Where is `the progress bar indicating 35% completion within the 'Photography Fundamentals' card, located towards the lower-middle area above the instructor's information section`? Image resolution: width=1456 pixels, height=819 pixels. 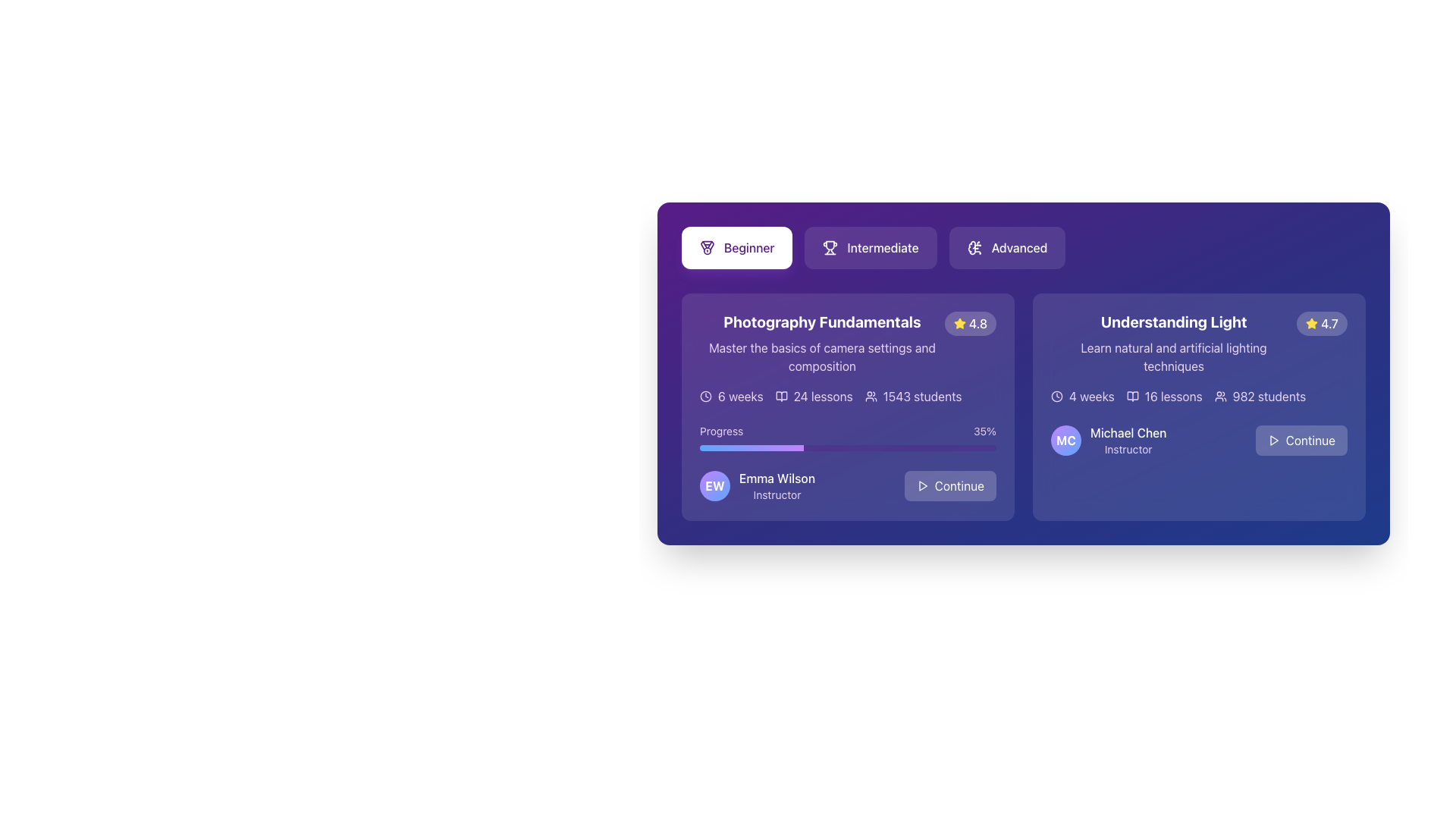
the progress bar indicating 35% completion within the 'Photography Fundamentals' card, located towards the lower-middle area above the instructor's information section is located at coordinates (847, 438).